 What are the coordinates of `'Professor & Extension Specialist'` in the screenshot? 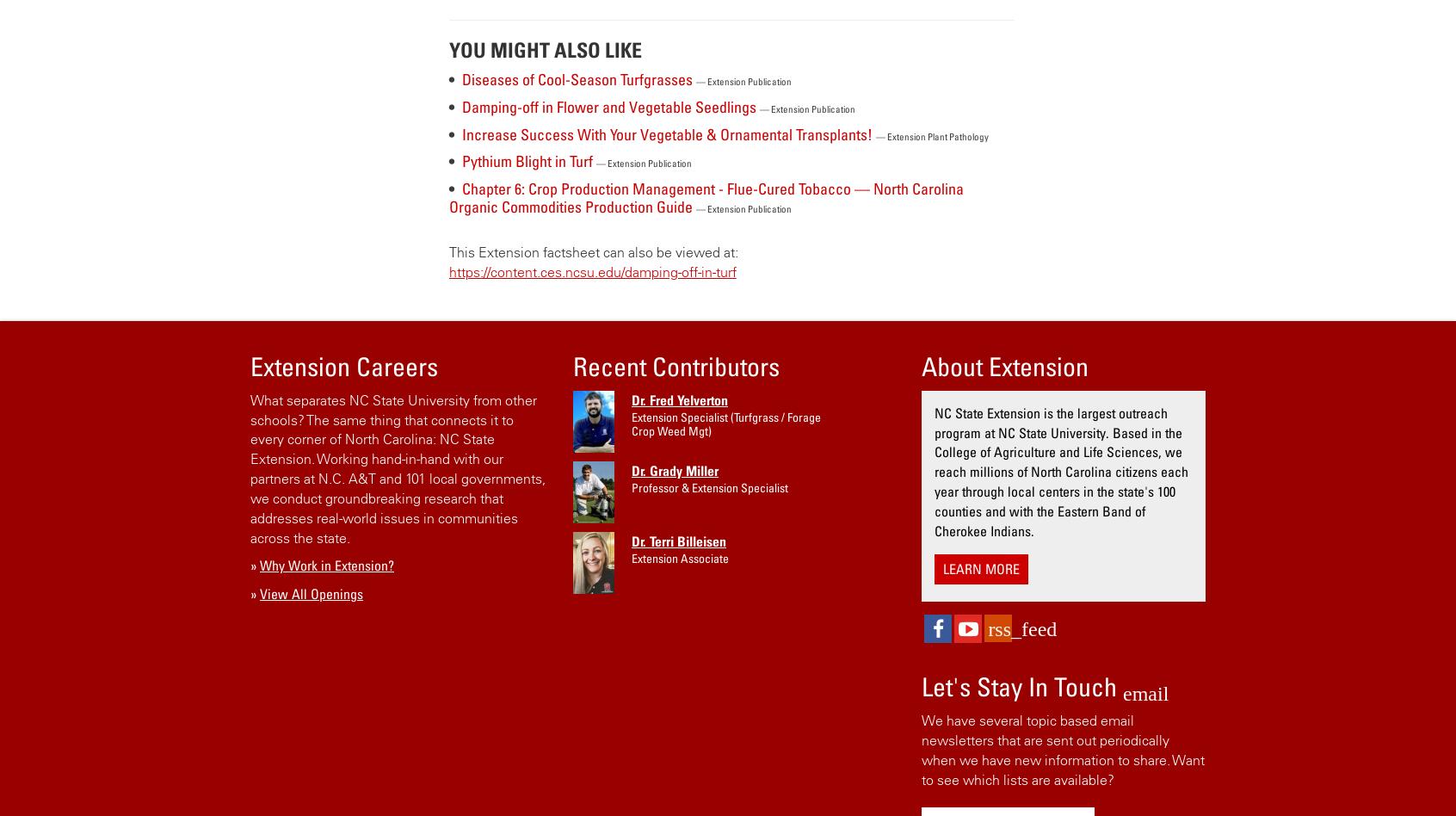 It's located at (710, 486).